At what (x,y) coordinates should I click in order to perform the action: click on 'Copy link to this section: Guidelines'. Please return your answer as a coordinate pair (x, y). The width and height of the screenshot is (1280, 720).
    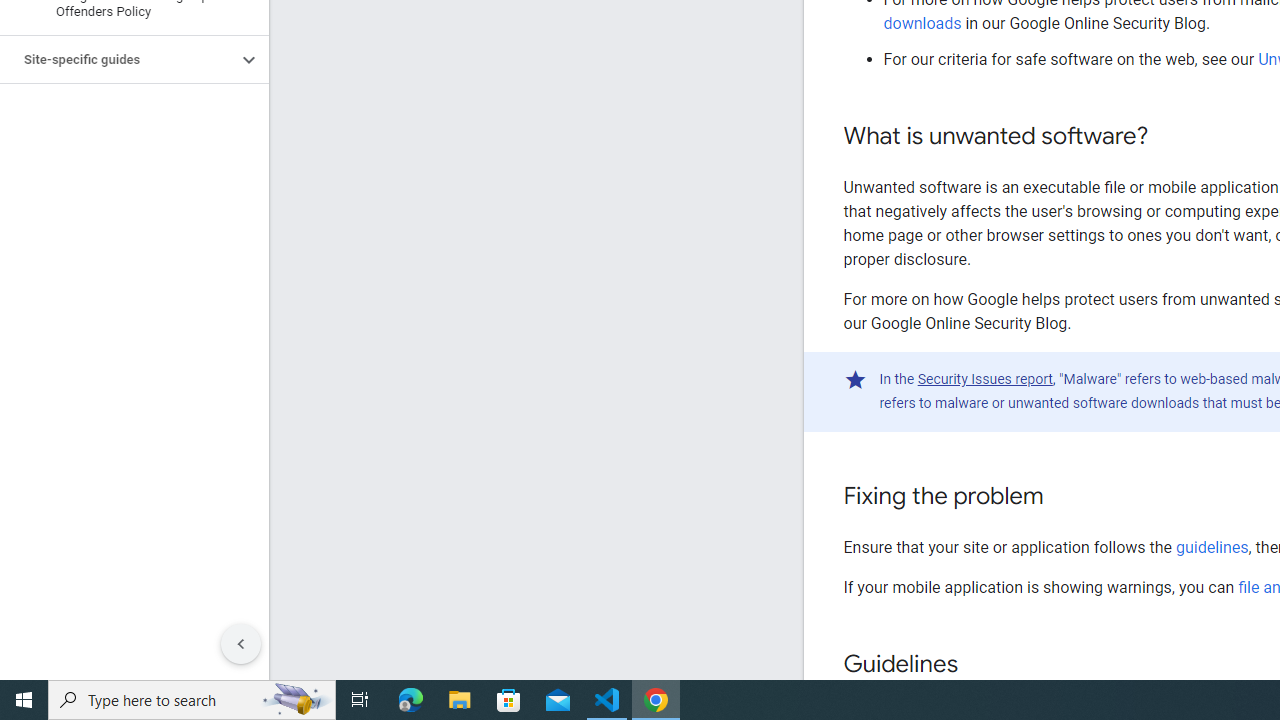
    Looking at the image, I should click on (977, 665).